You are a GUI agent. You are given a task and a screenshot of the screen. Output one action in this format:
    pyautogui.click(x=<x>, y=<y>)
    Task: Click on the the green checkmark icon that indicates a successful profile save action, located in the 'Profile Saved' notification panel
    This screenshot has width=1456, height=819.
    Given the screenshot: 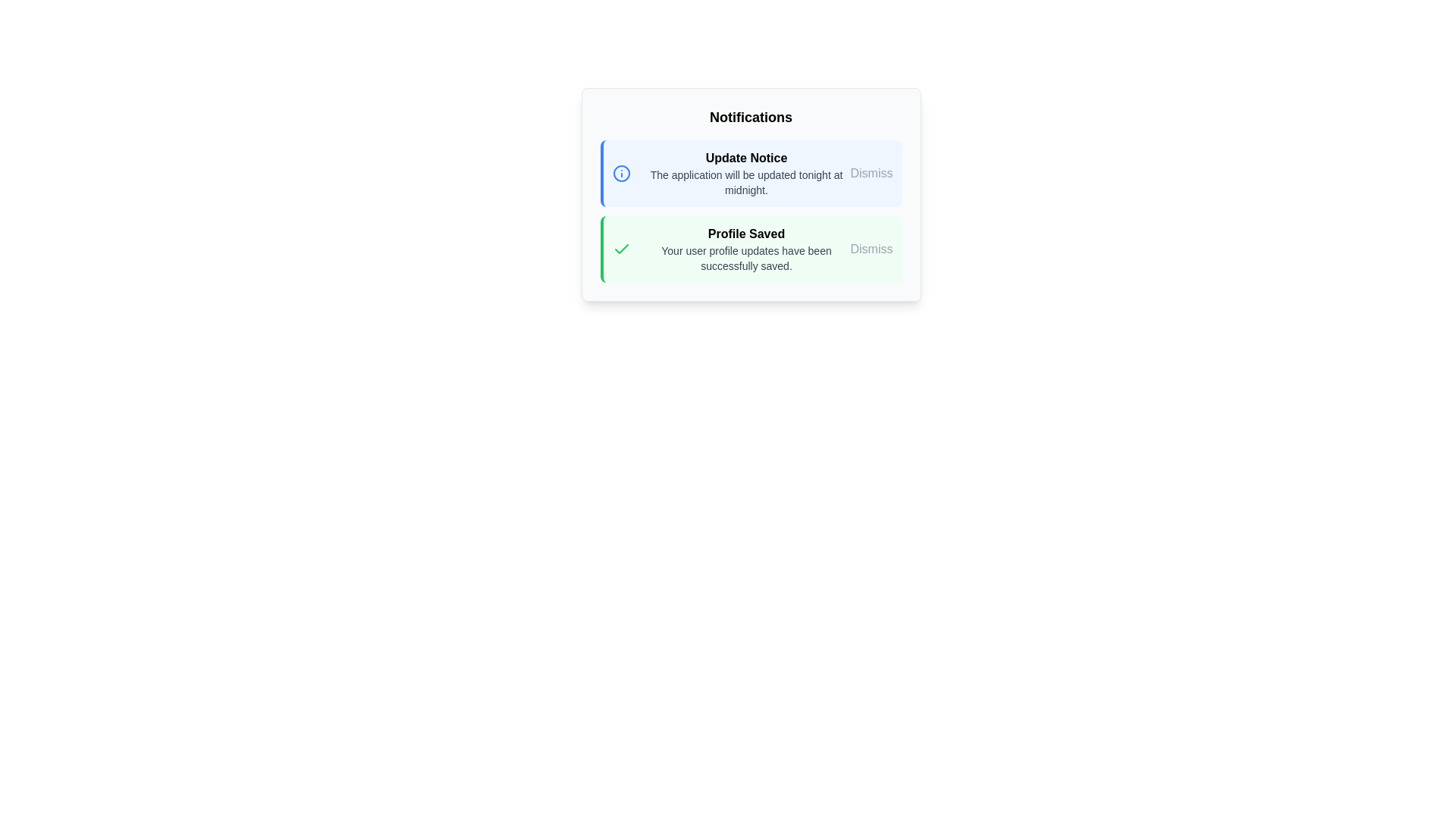 What is the action you would take?
    pyautogui.click(x=621, y=248)
    